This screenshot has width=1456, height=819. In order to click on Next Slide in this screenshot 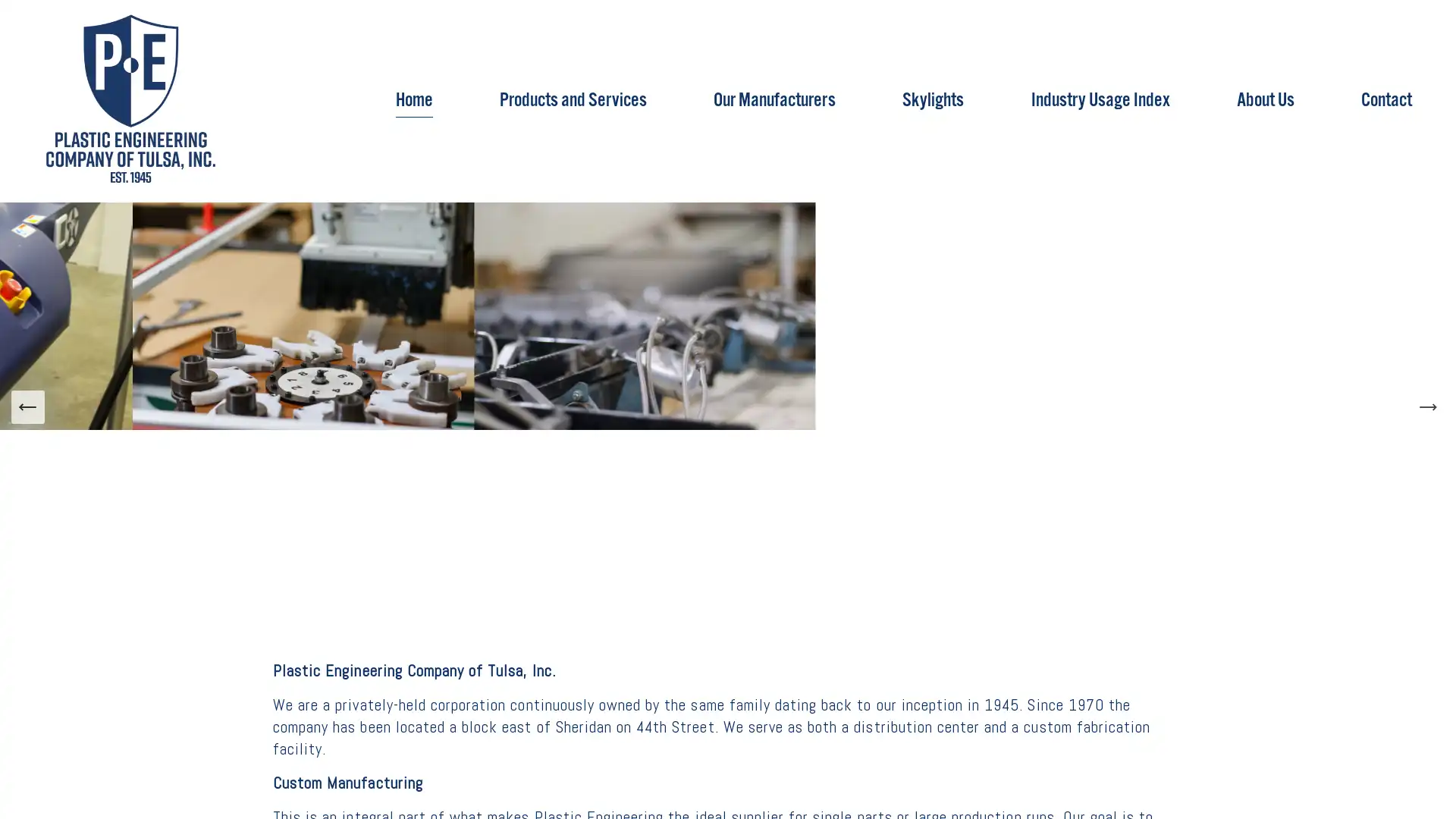, I will do `click(1426, 406)`.